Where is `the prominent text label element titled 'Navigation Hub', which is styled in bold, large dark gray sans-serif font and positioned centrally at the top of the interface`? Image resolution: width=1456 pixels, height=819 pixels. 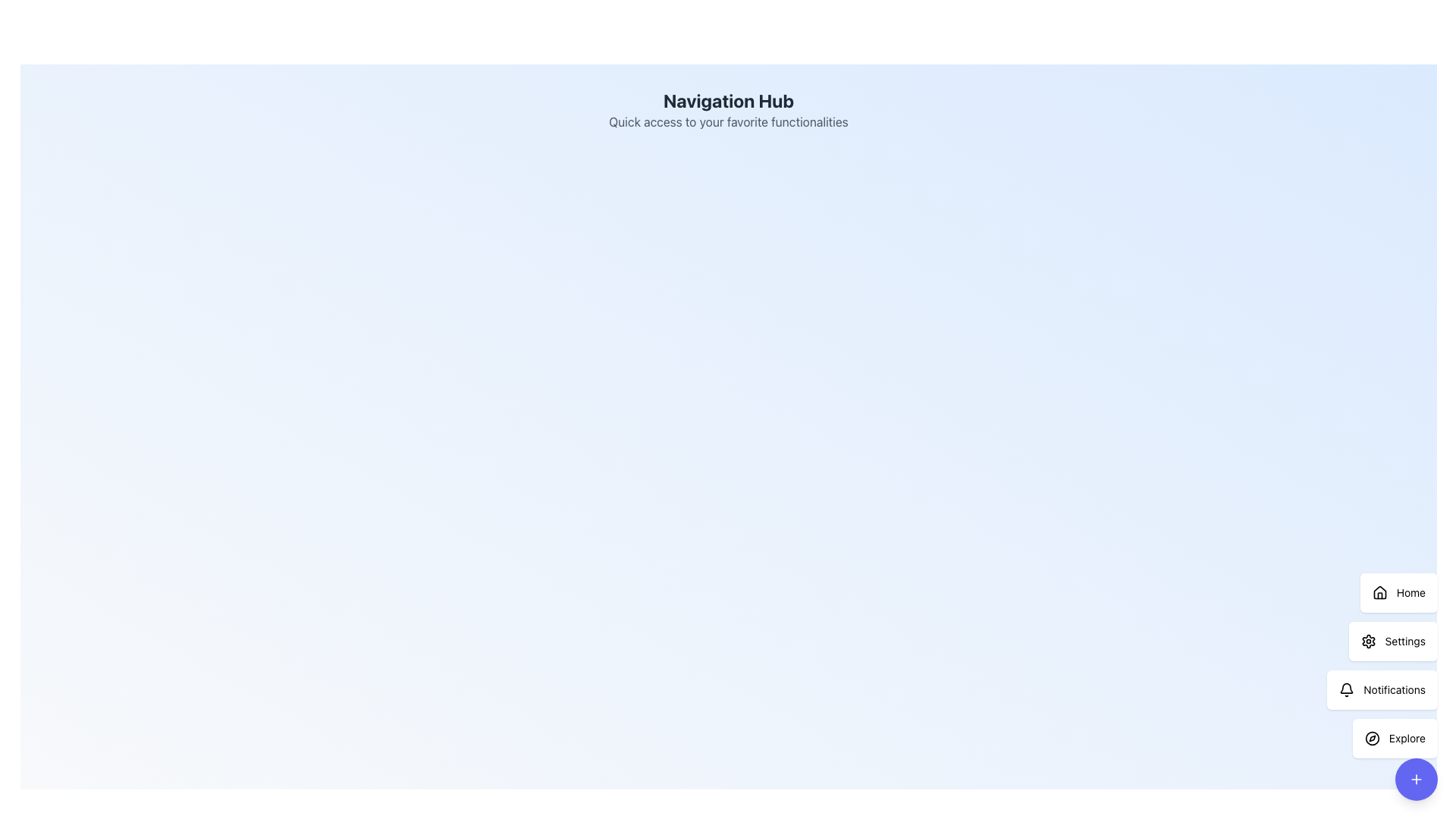 the prominent text label element titled 'Navigation Hub', which is styled in bold, large dark gray sans-serif font and positioned centrally at the top of the interface is located at coordinates (728, 100).